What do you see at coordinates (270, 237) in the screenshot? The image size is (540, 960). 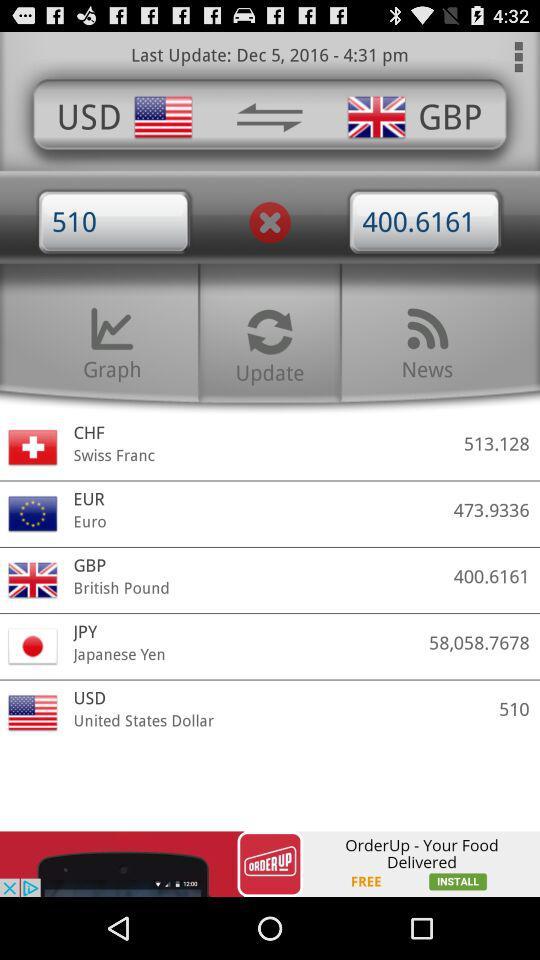 I see `the close icon` at bounding box center [270, 237].